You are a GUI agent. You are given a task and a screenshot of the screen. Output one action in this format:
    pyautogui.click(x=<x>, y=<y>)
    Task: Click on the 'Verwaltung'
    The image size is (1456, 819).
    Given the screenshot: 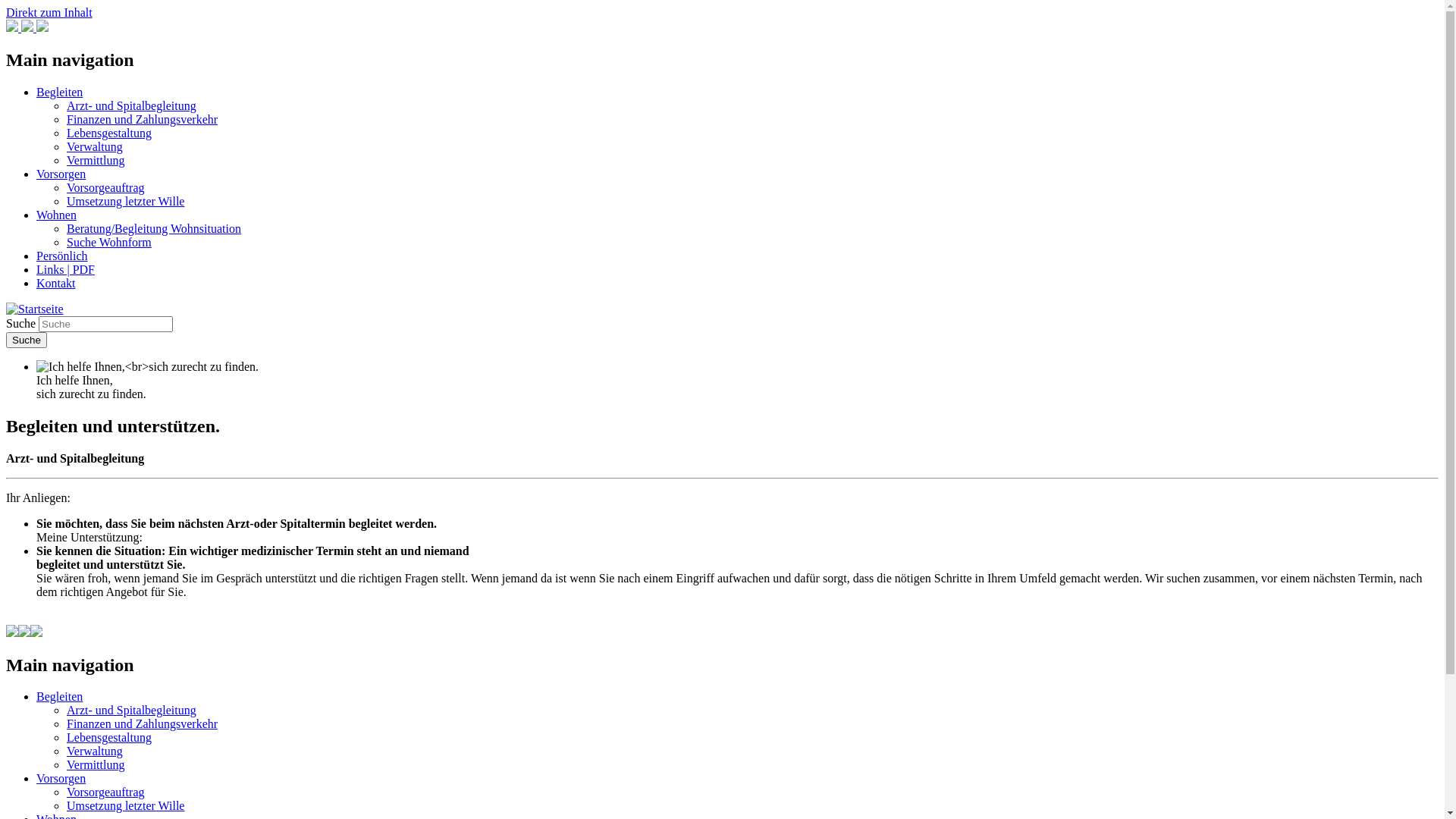 What is the action you would take?
    pyautogui.click(x=93, y=751)
    